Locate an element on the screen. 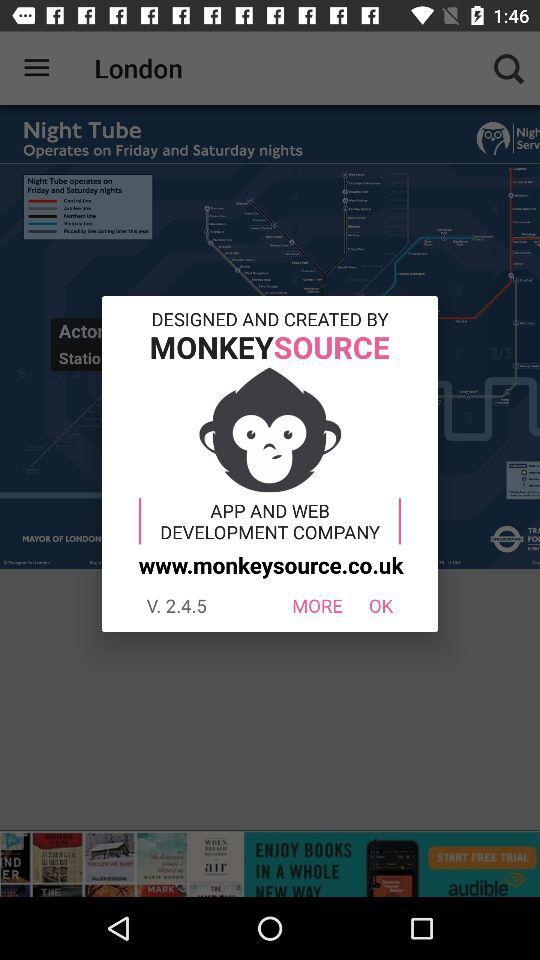 Image resolution: width=540 pixels, height=960 pixels. the www monkeysource co item is located at coordinates (268, 564).